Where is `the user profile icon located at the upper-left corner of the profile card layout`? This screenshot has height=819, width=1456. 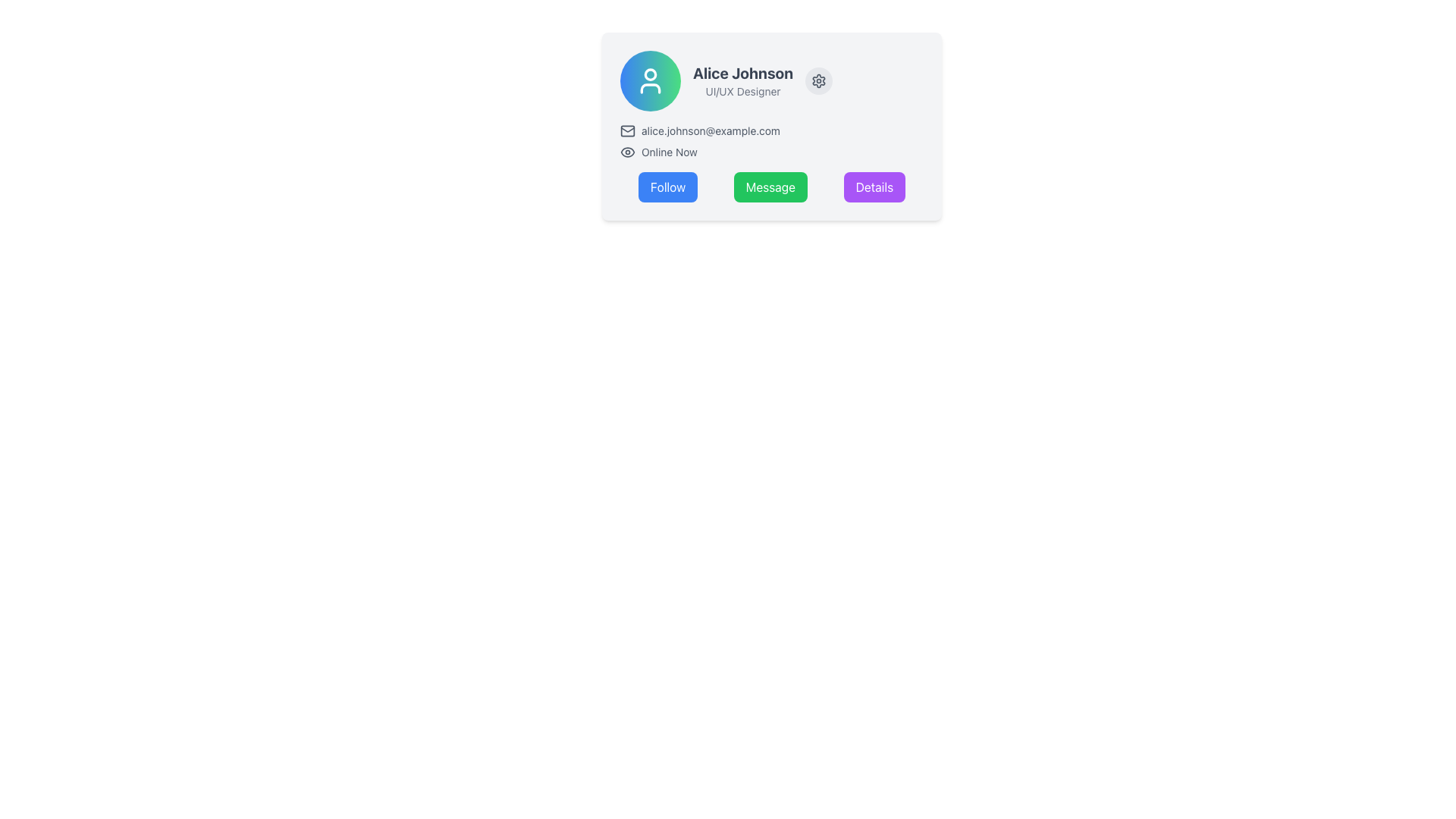
the user profile icon located at the upper-left corner of the profile card layout is located at coordinates (651, 81).